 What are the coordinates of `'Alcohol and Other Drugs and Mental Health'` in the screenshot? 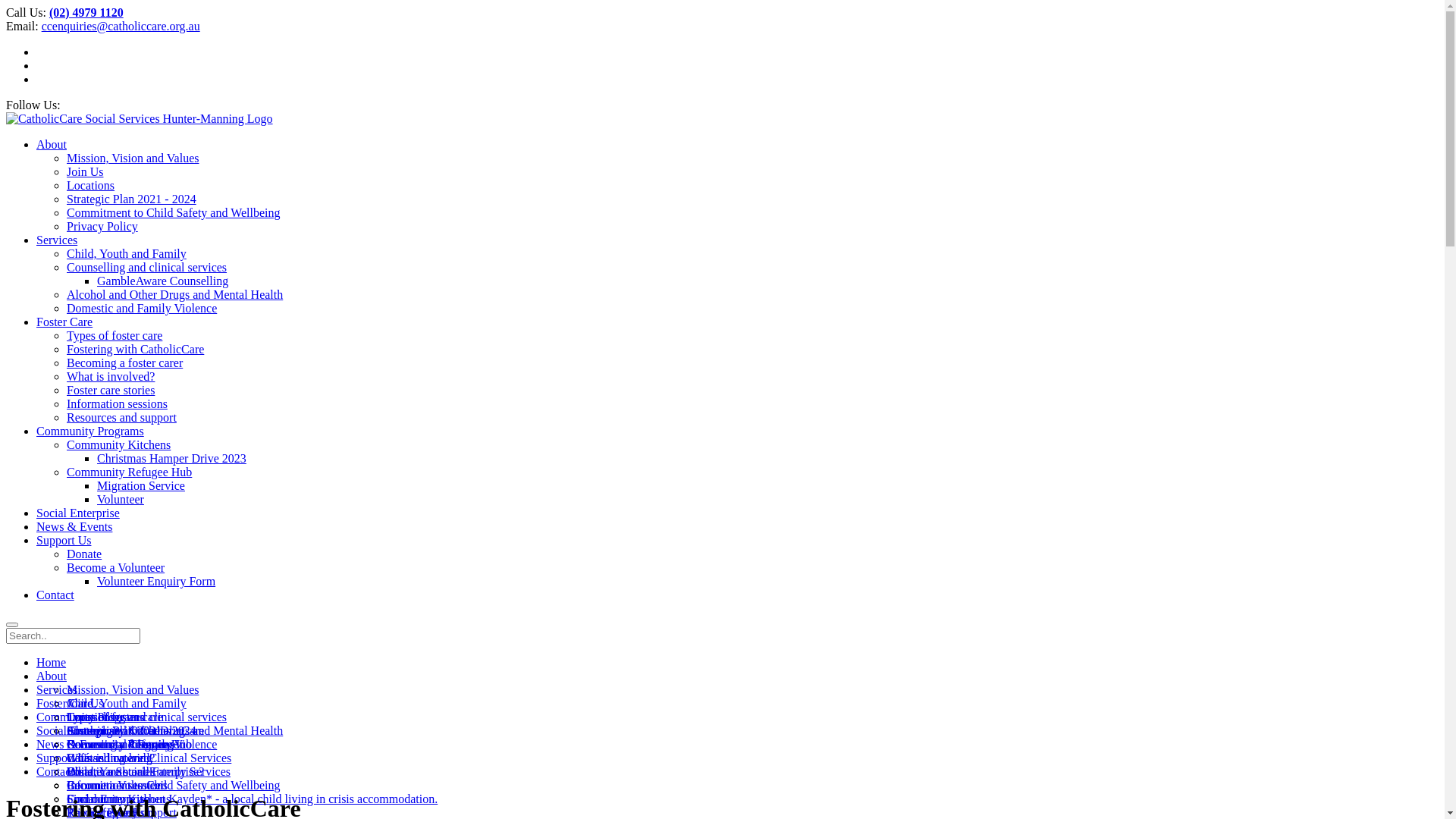 It's located at (174, 730).